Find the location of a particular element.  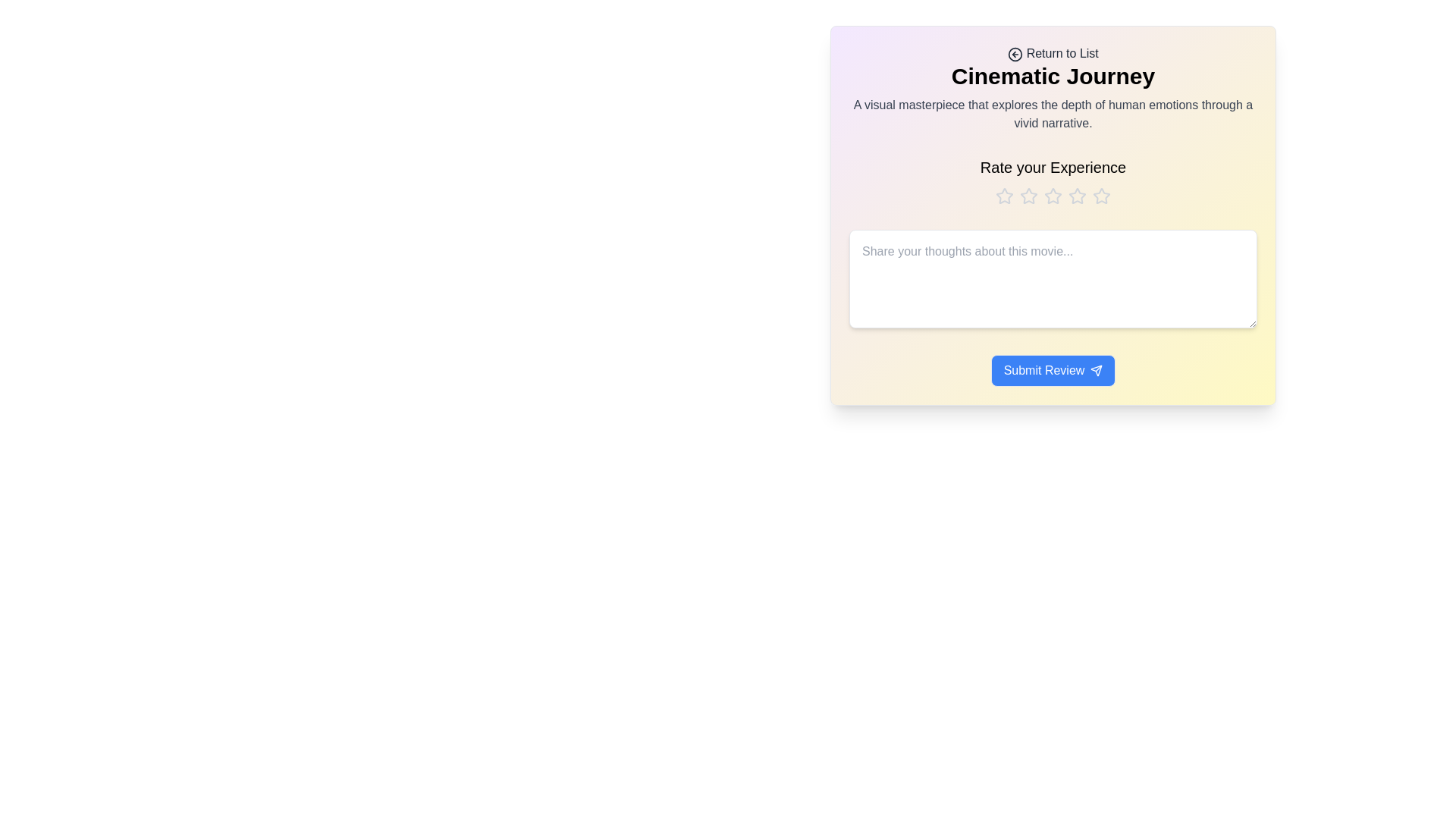

the fourth rating star in the 'Rate your Experience' section under 'Cinematic Journey' to observe the scaling effect is located at coordinates (1076, 195).